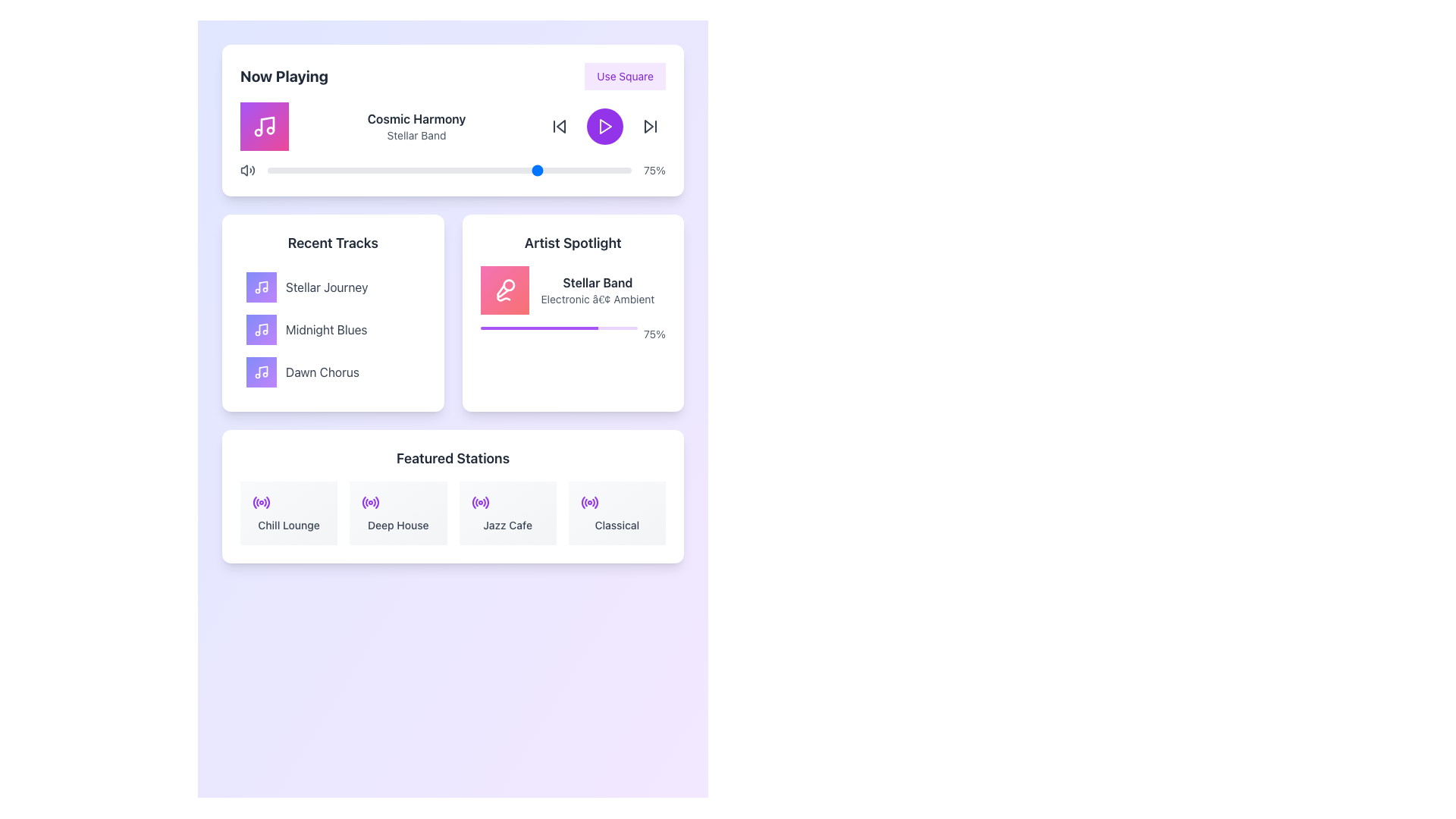  I want to click on the text label 'Featured Stations', which is styled in bold and large font, located at the top center of a card section, so click(452, 458).